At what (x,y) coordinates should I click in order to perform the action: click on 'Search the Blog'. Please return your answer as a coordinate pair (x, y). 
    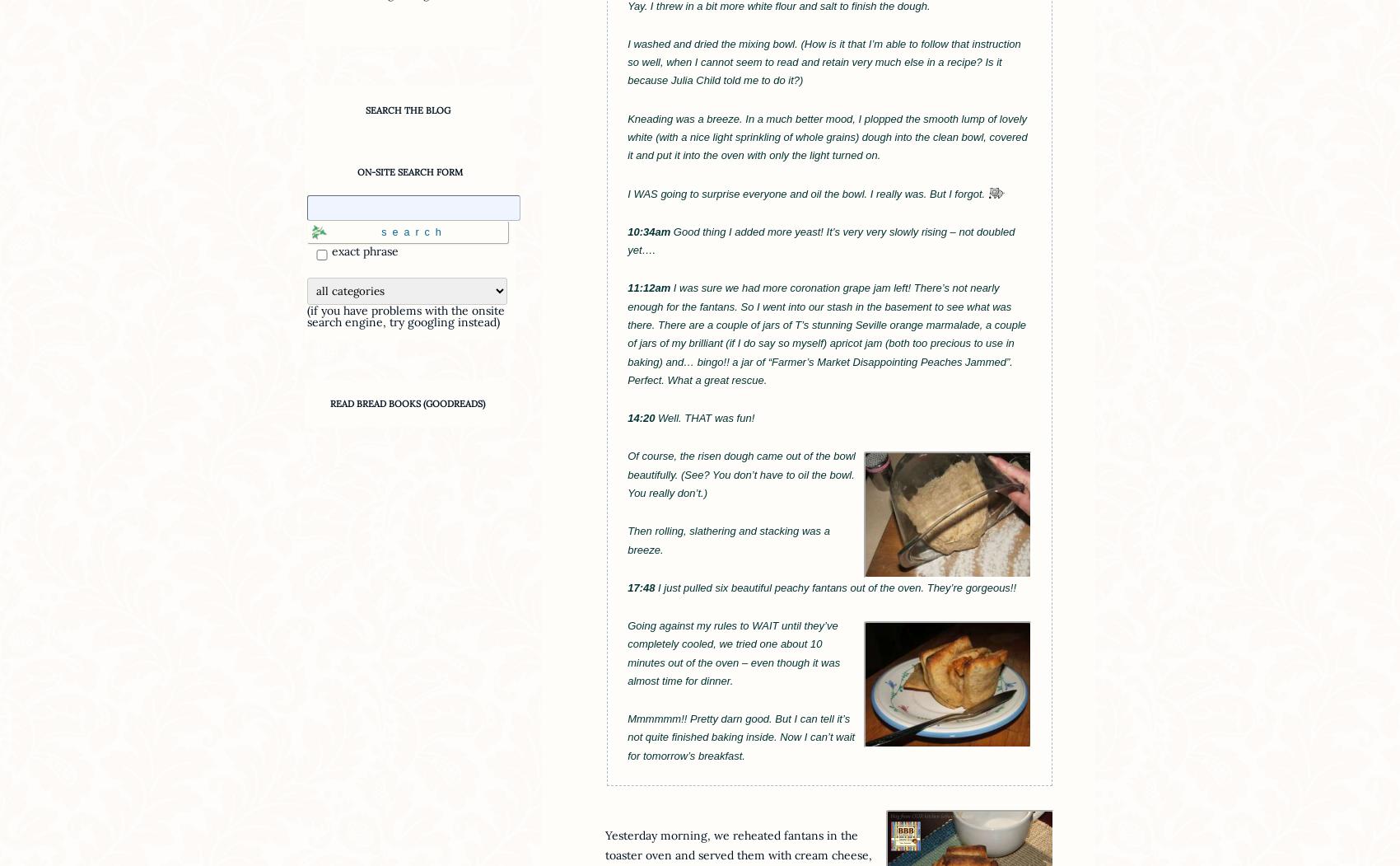
    Looking at the image, I should click on (407, 108).